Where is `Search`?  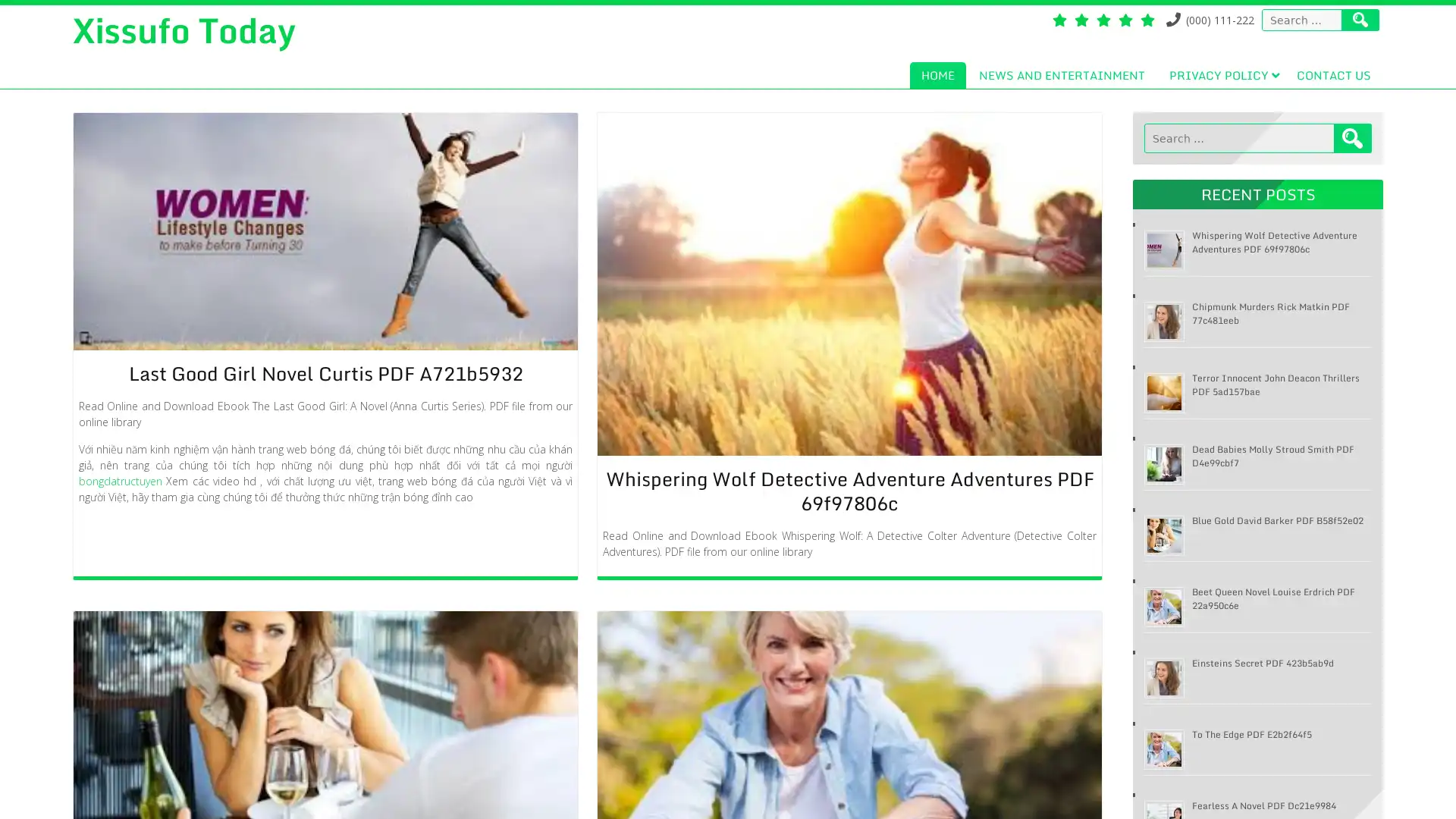 Search is located at coordinates (1360, 20).